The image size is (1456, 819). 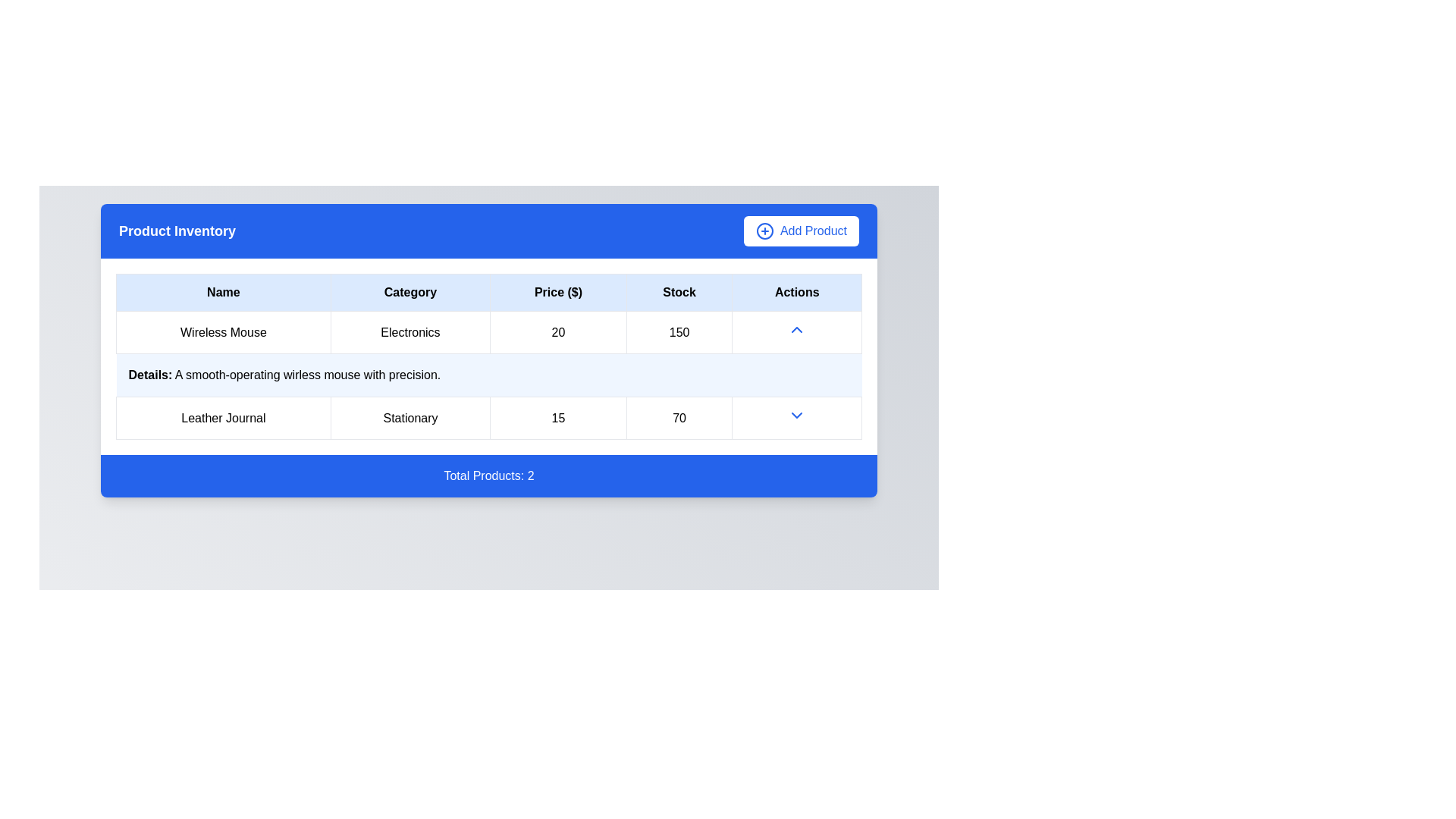 What do you see at coordinates (222, 292) in the screenshot?
I see `the 'Name' table header cell, which is the first column header in a table under the 'Product Inventory' section` at bounding box center [222, 292].